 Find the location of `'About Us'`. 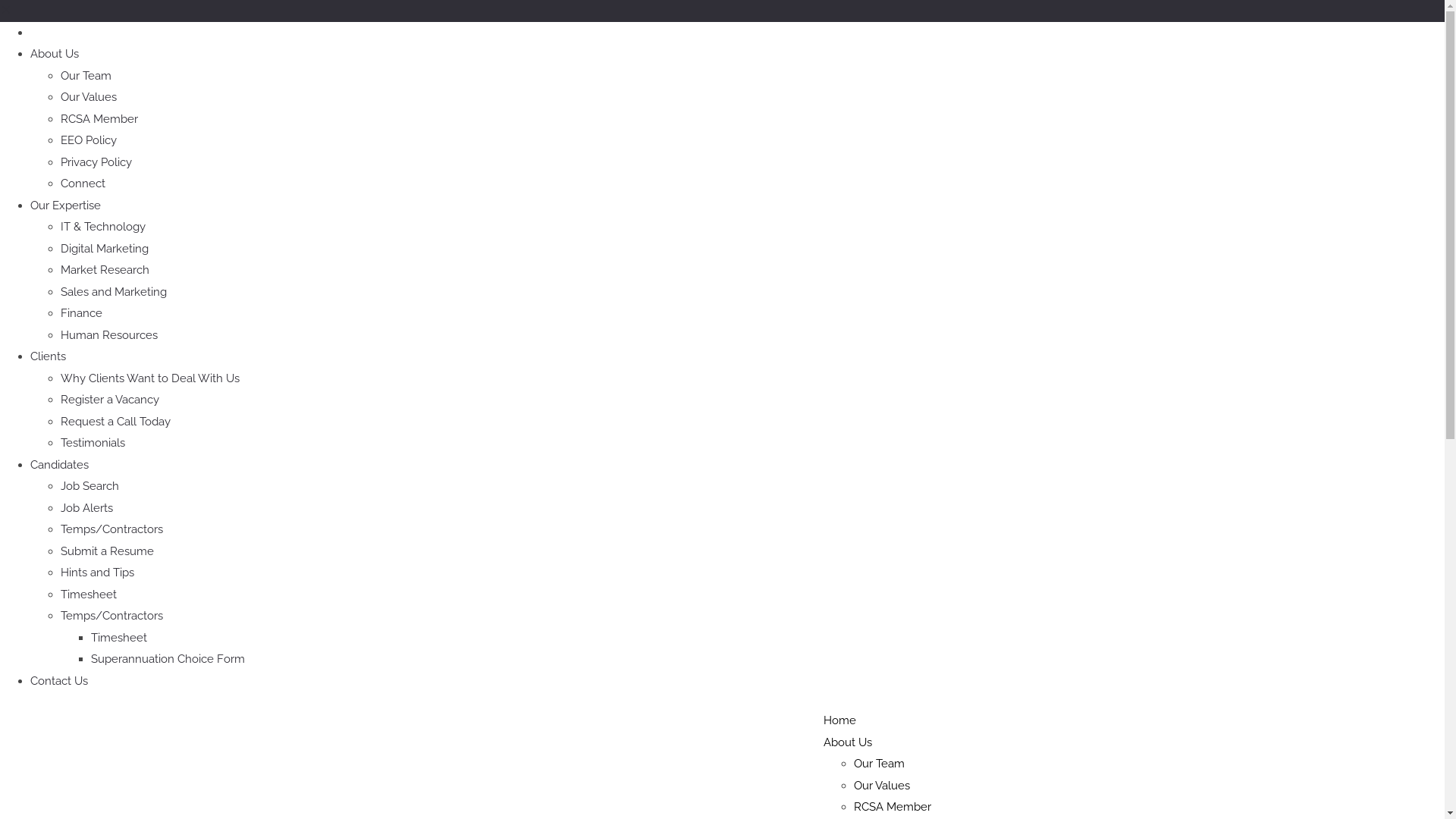

'About Us' is located at coordinates (847, 742).